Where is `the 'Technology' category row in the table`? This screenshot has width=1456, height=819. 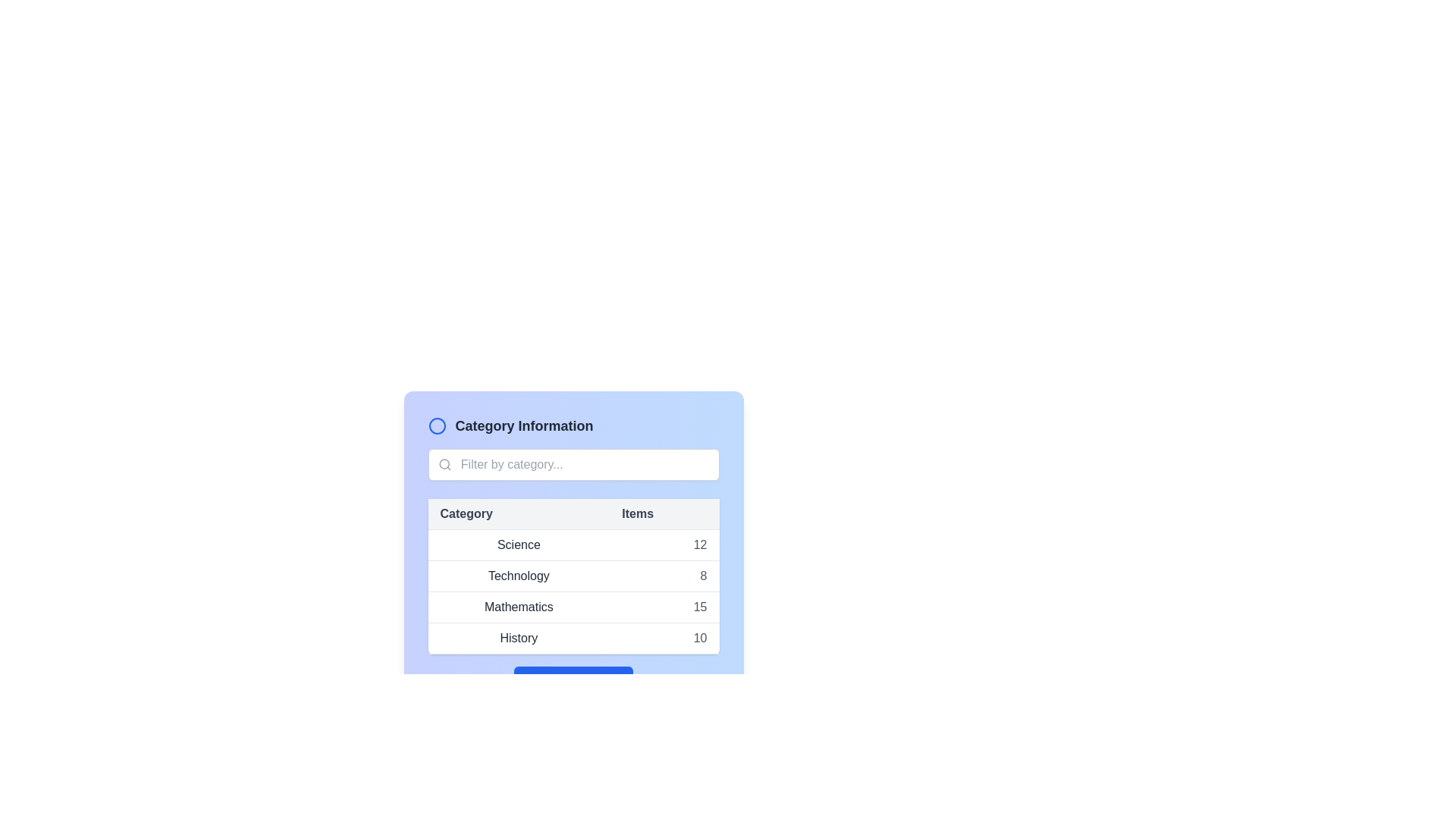 the 'Technology' category row in the table is located at coordinates (573, 576).